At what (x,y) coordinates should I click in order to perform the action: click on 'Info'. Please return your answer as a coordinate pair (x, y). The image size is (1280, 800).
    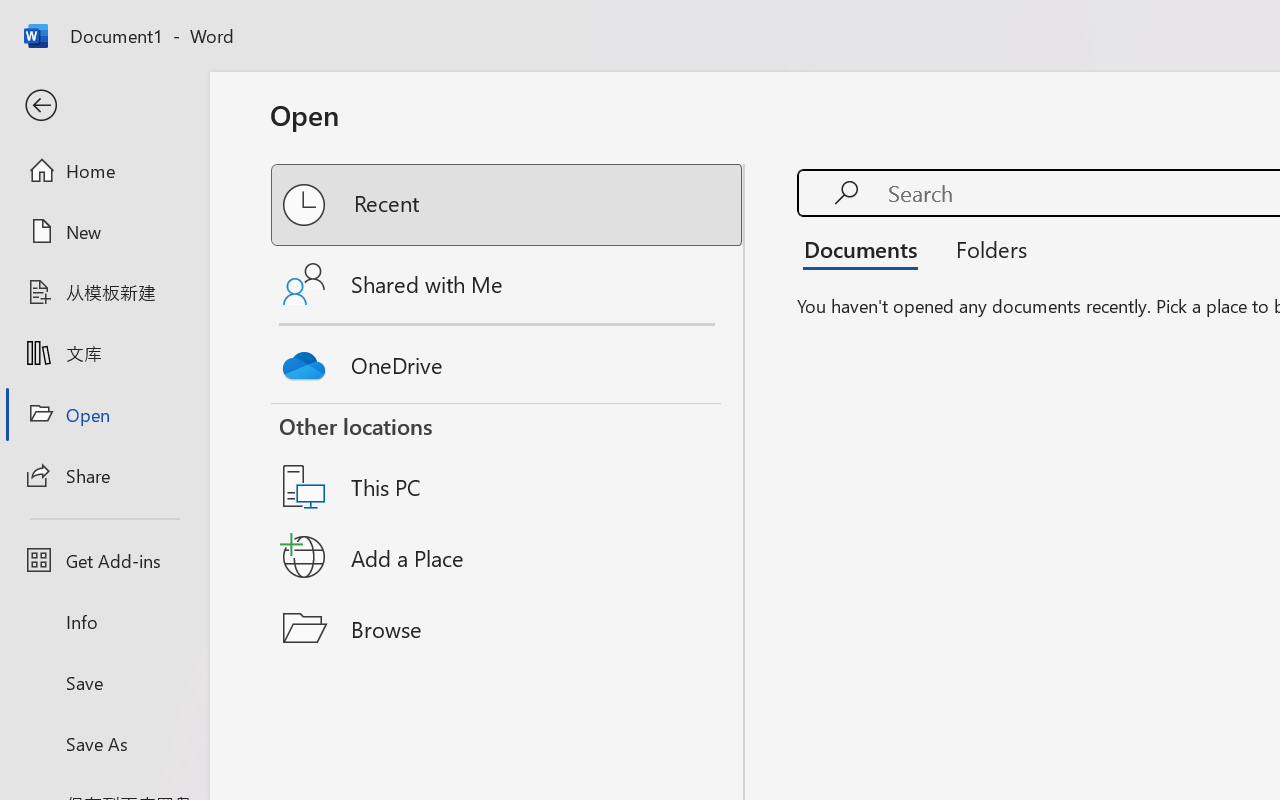
    Looking at the image, I should click on (103, 621).